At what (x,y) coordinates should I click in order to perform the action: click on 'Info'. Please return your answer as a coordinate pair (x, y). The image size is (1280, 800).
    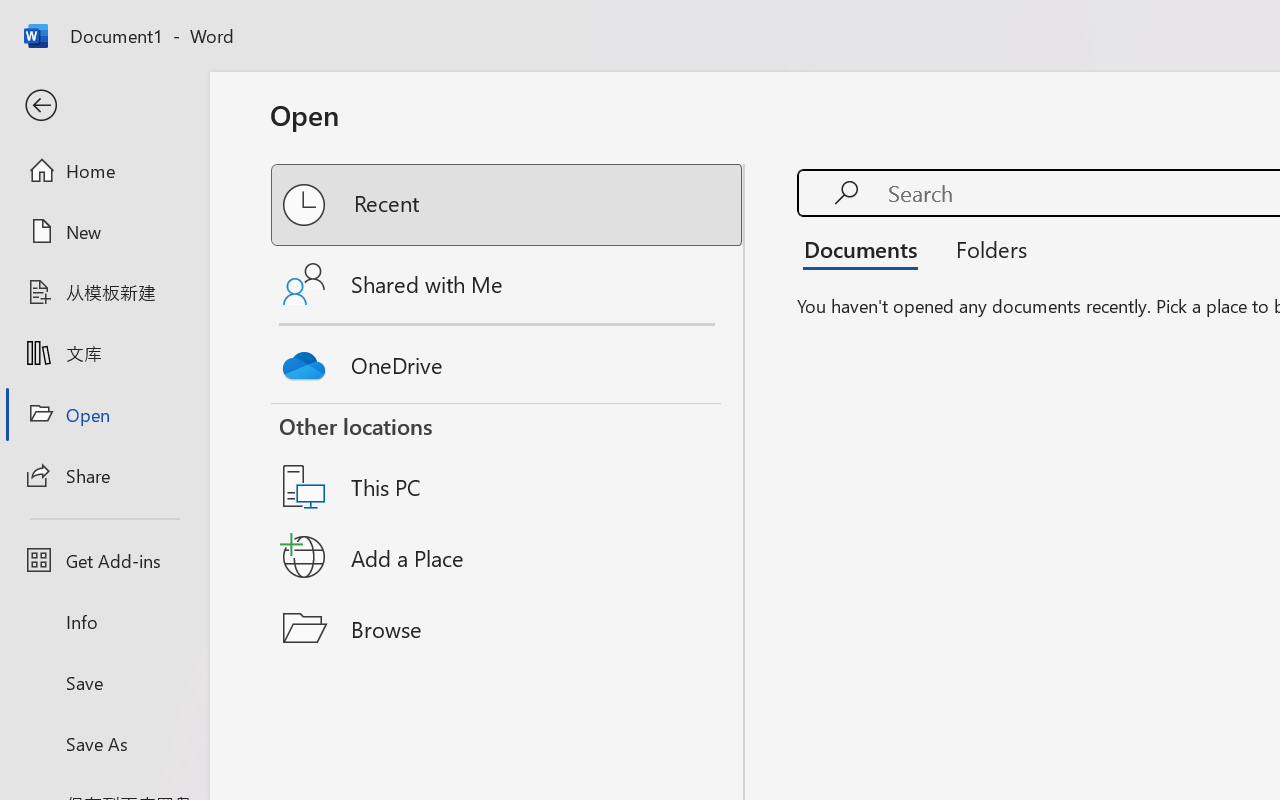
    Looking at the image, I should click on (103, 621).